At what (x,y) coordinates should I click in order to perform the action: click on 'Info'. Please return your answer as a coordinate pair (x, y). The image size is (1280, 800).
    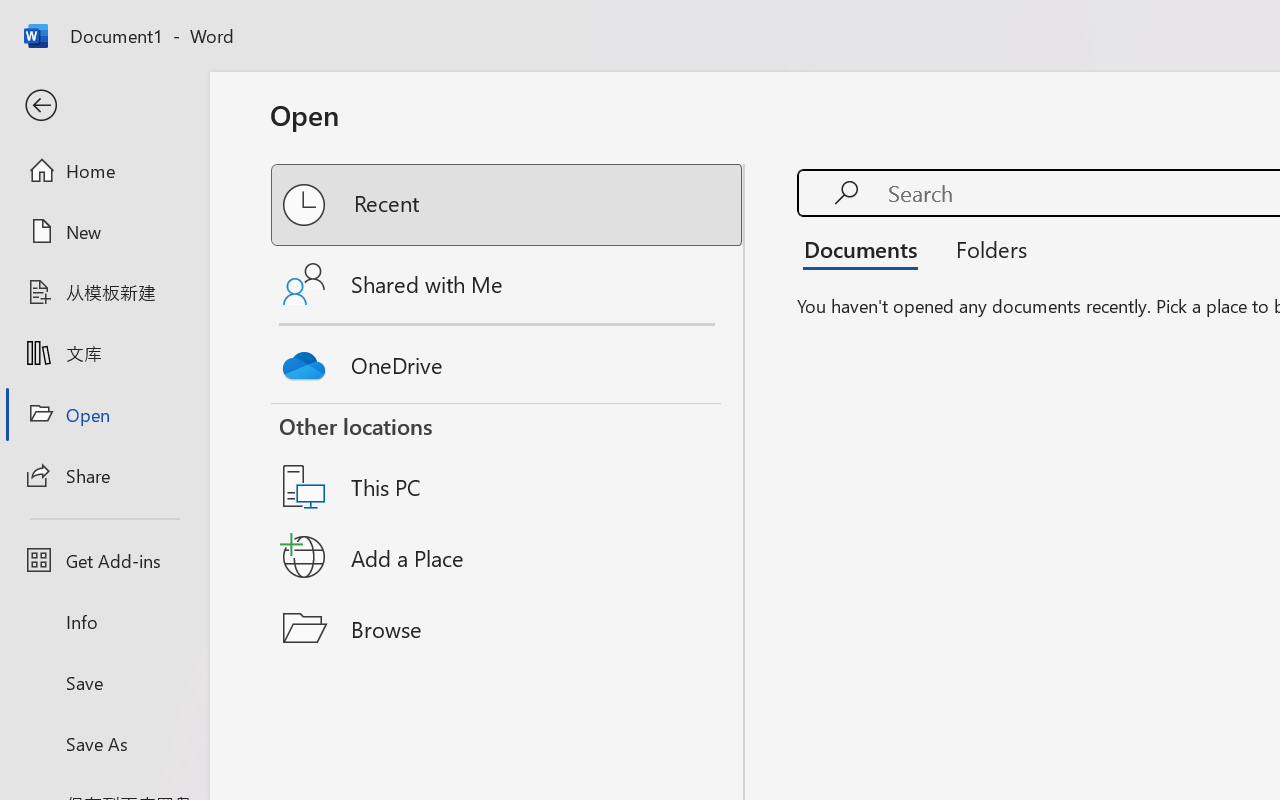
    Looking at the image, I should click on (103, 621).